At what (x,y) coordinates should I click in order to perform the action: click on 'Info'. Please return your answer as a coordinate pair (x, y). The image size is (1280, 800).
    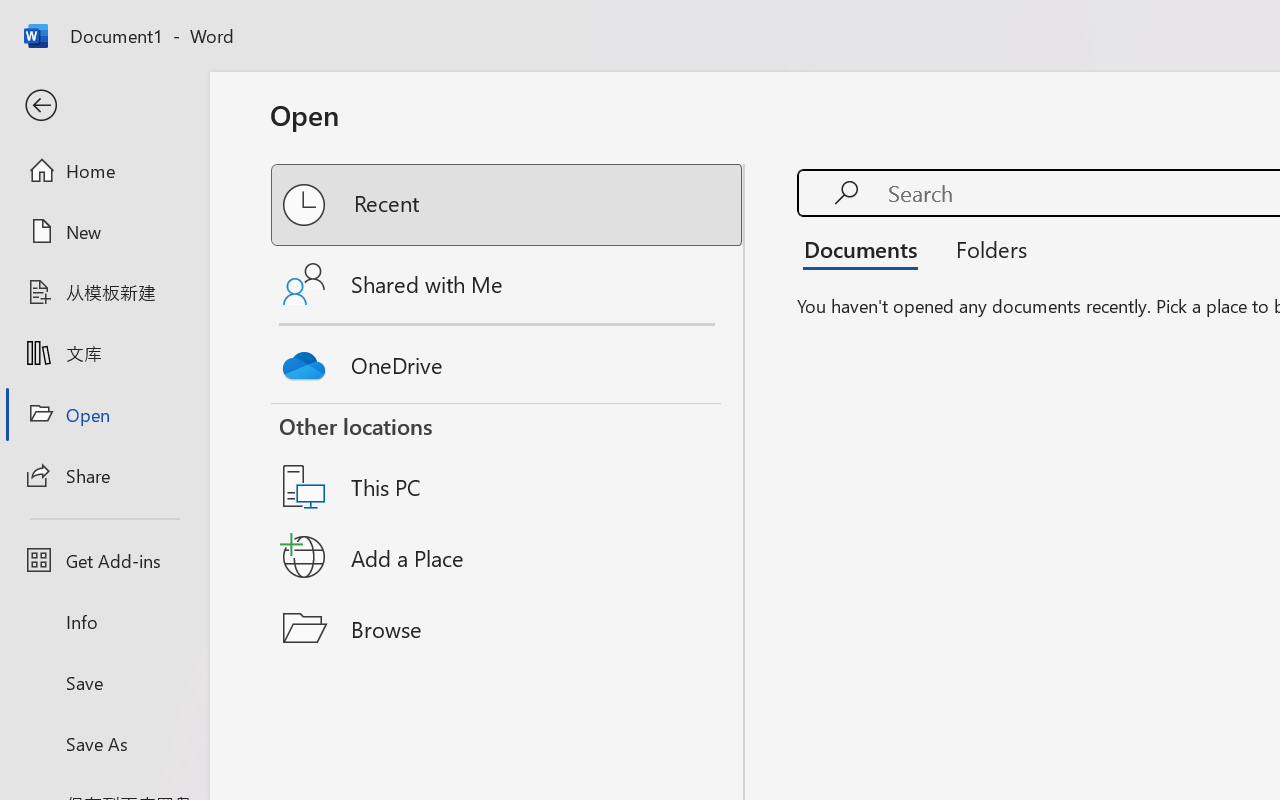
    Looking at the image, I should click on (103, 621).